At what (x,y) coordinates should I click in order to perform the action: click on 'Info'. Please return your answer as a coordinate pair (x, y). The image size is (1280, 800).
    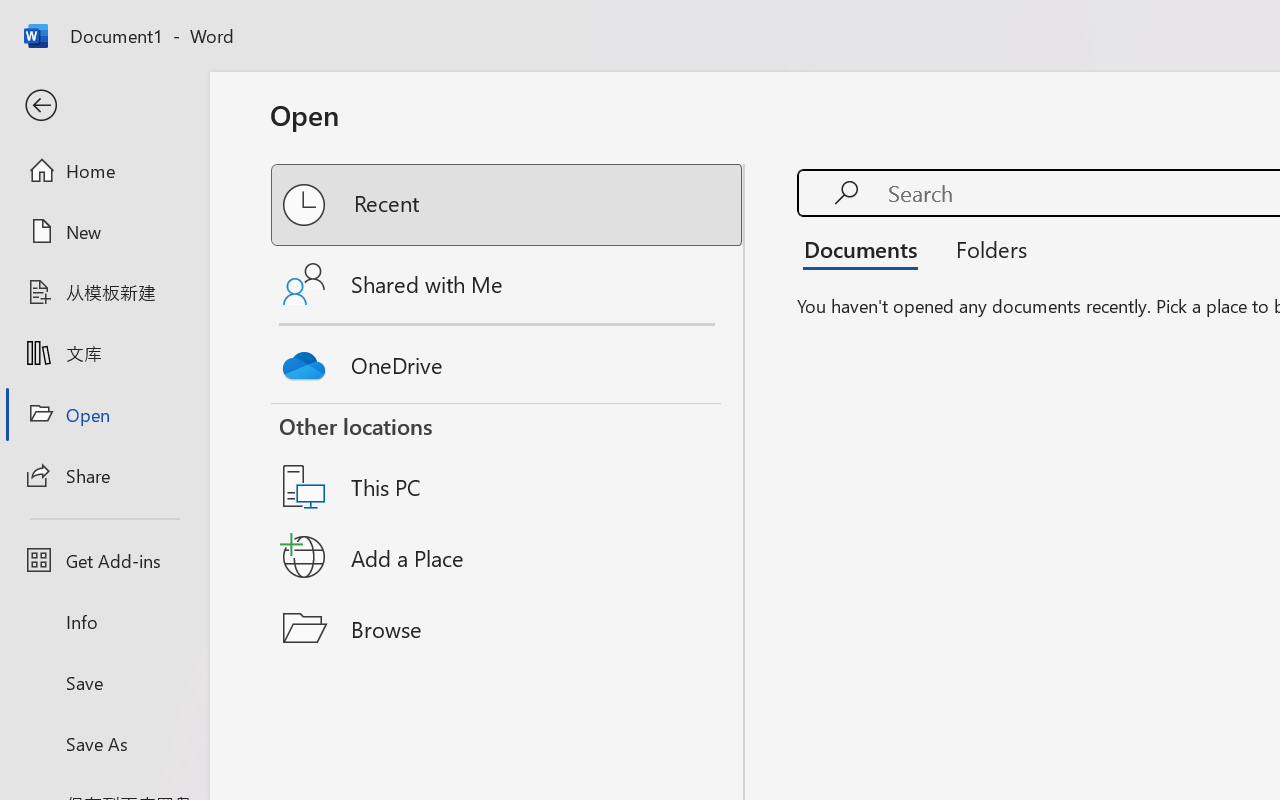
    Looking at the image, I should click on (103, 621).